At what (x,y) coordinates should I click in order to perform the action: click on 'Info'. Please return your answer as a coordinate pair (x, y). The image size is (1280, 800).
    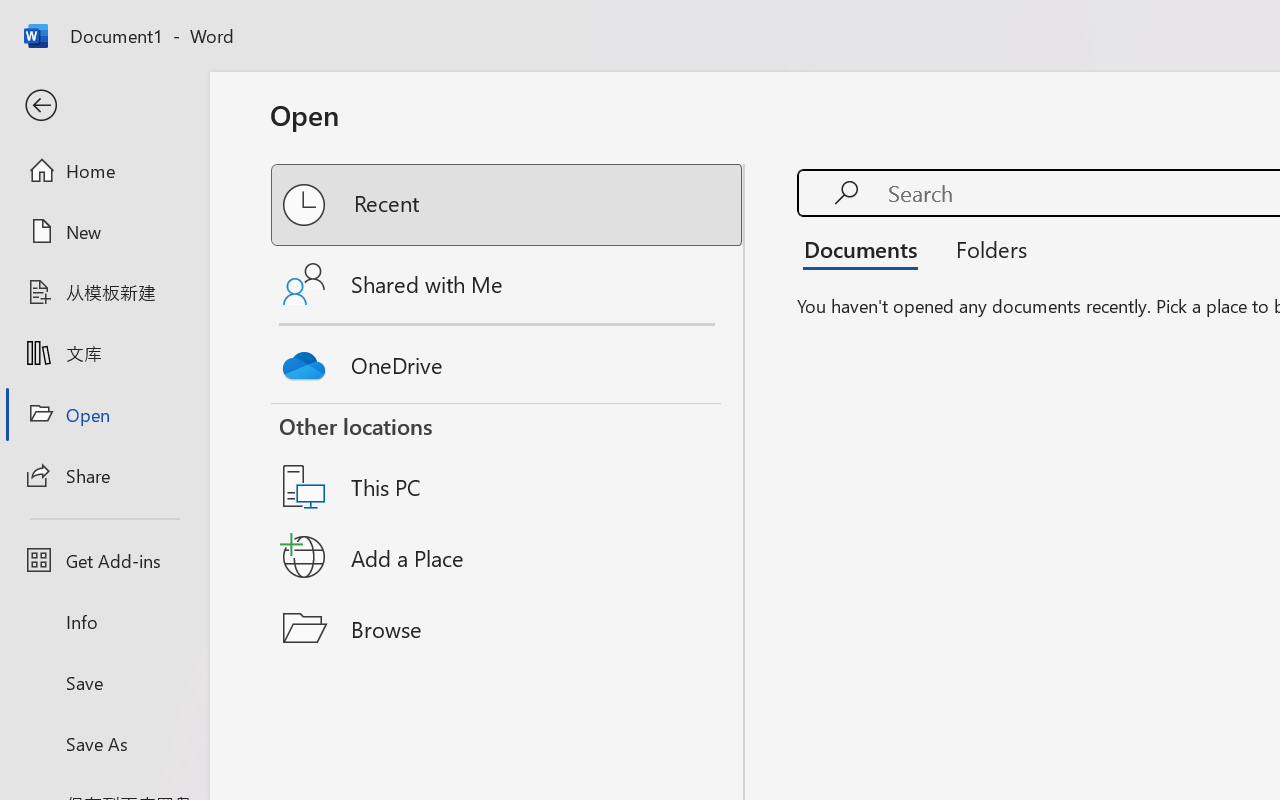
    Looking at the image, I should click on (103, 621).